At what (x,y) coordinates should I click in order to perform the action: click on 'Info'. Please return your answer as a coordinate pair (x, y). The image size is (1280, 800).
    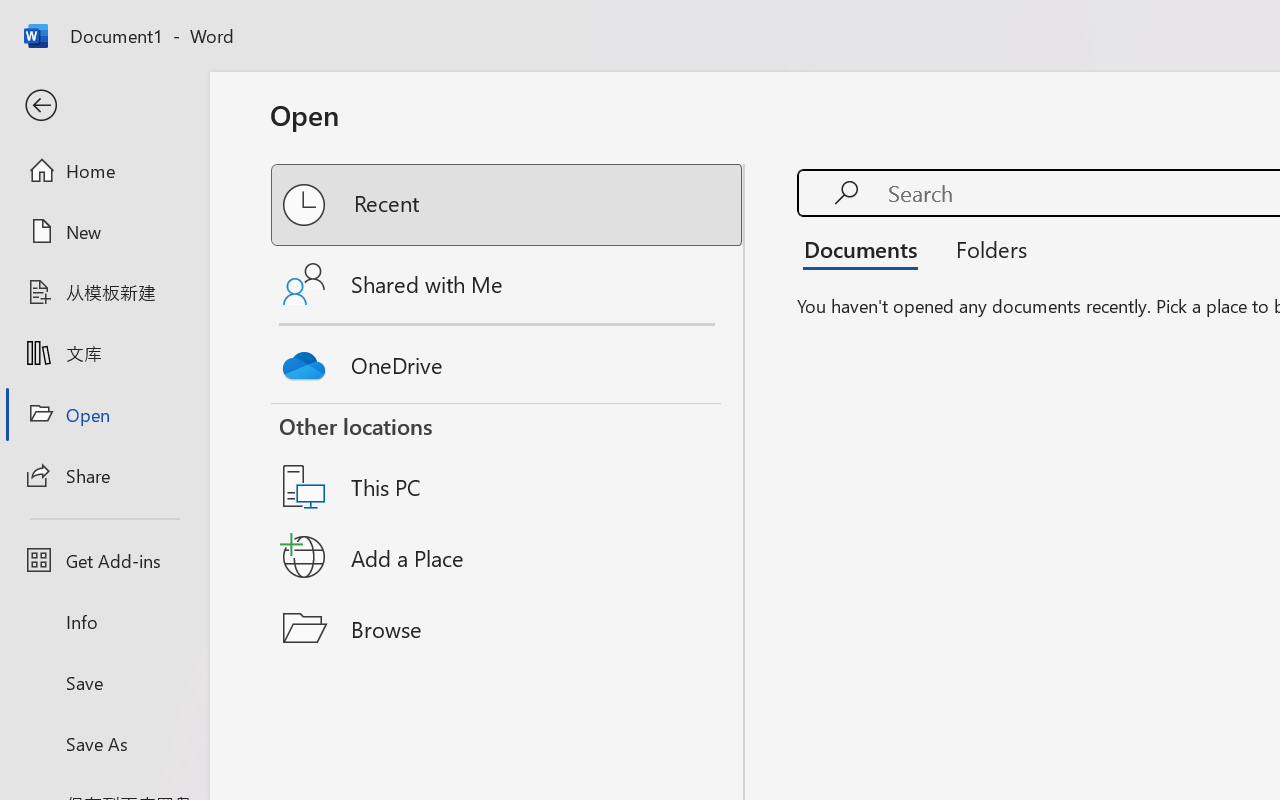
    Looking at the image, I should click on (103, 621).